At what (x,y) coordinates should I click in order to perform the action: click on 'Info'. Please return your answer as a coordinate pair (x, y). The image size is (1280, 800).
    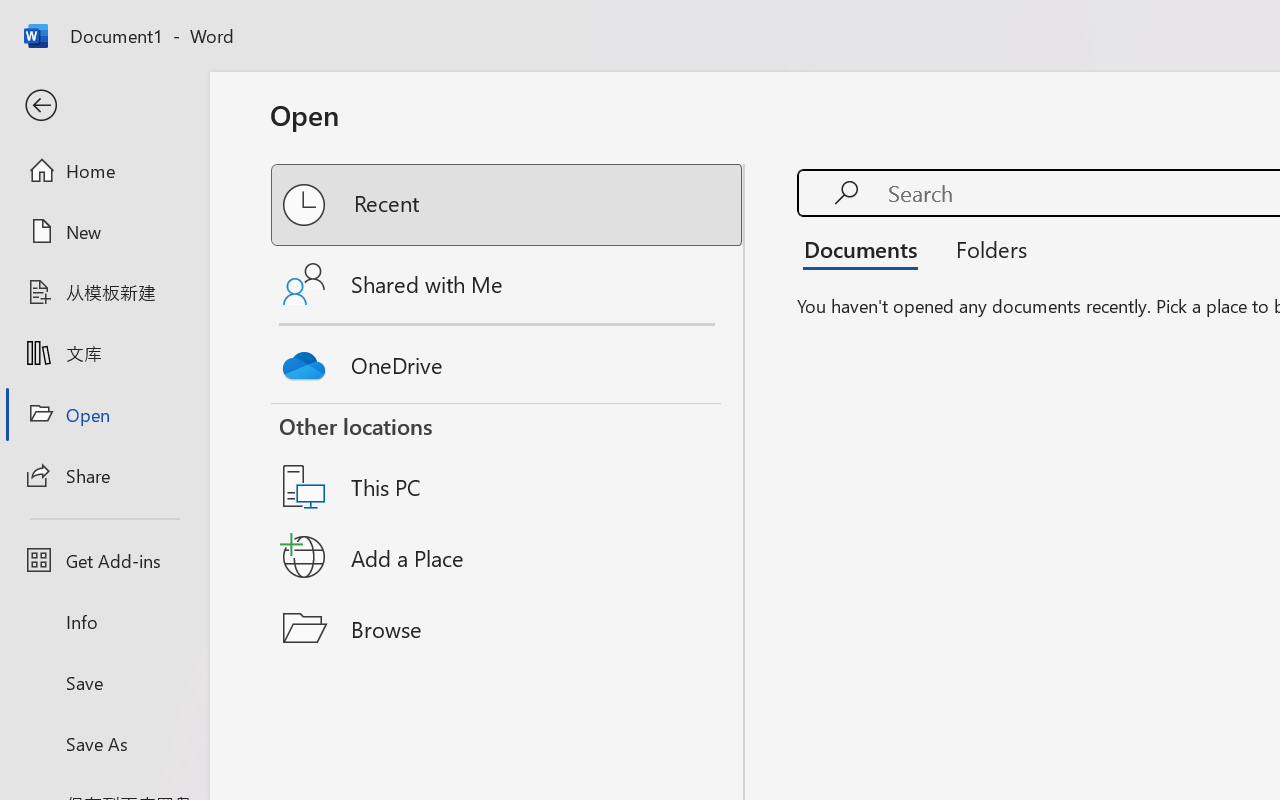
    Looking at the image, I should click on (103, 621).